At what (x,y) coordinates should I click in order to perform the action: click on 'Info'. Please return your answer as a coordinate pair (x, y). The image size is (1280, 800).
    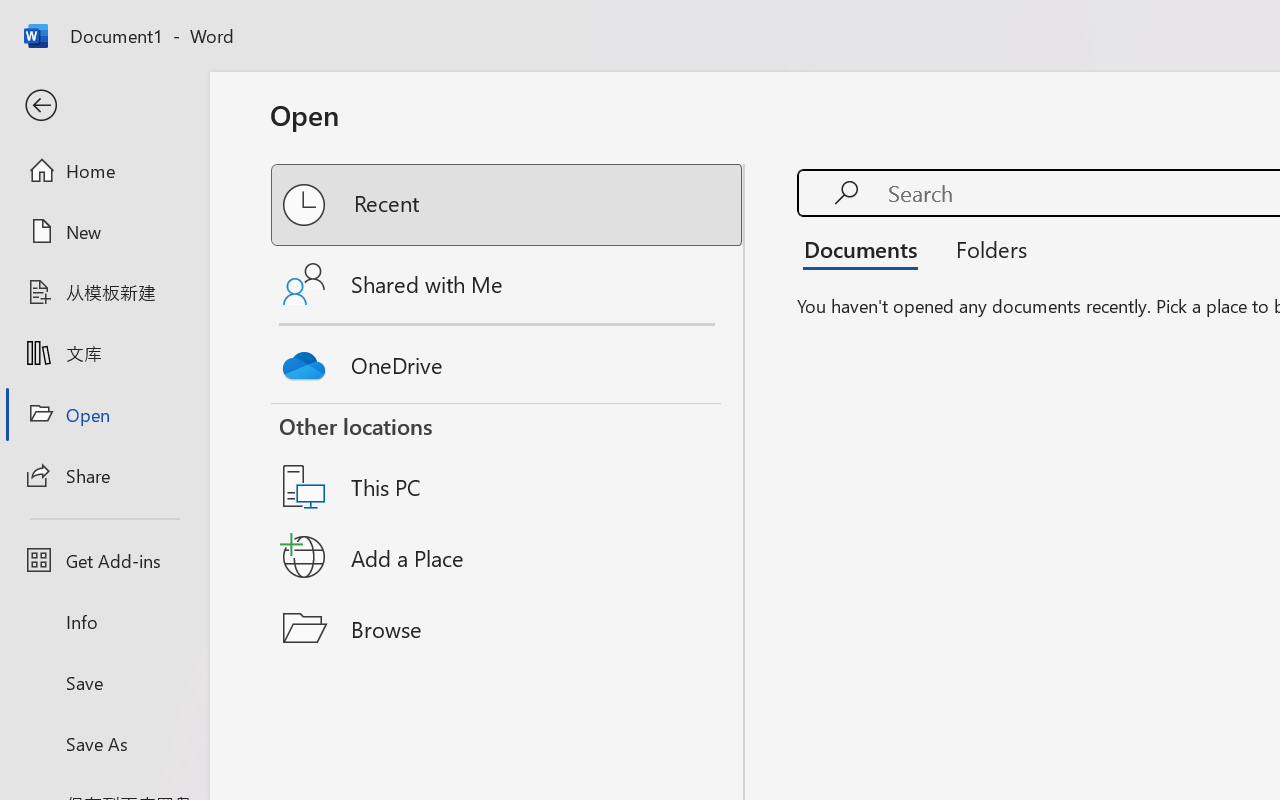
    Looking at the image, I should click on (103, 621).